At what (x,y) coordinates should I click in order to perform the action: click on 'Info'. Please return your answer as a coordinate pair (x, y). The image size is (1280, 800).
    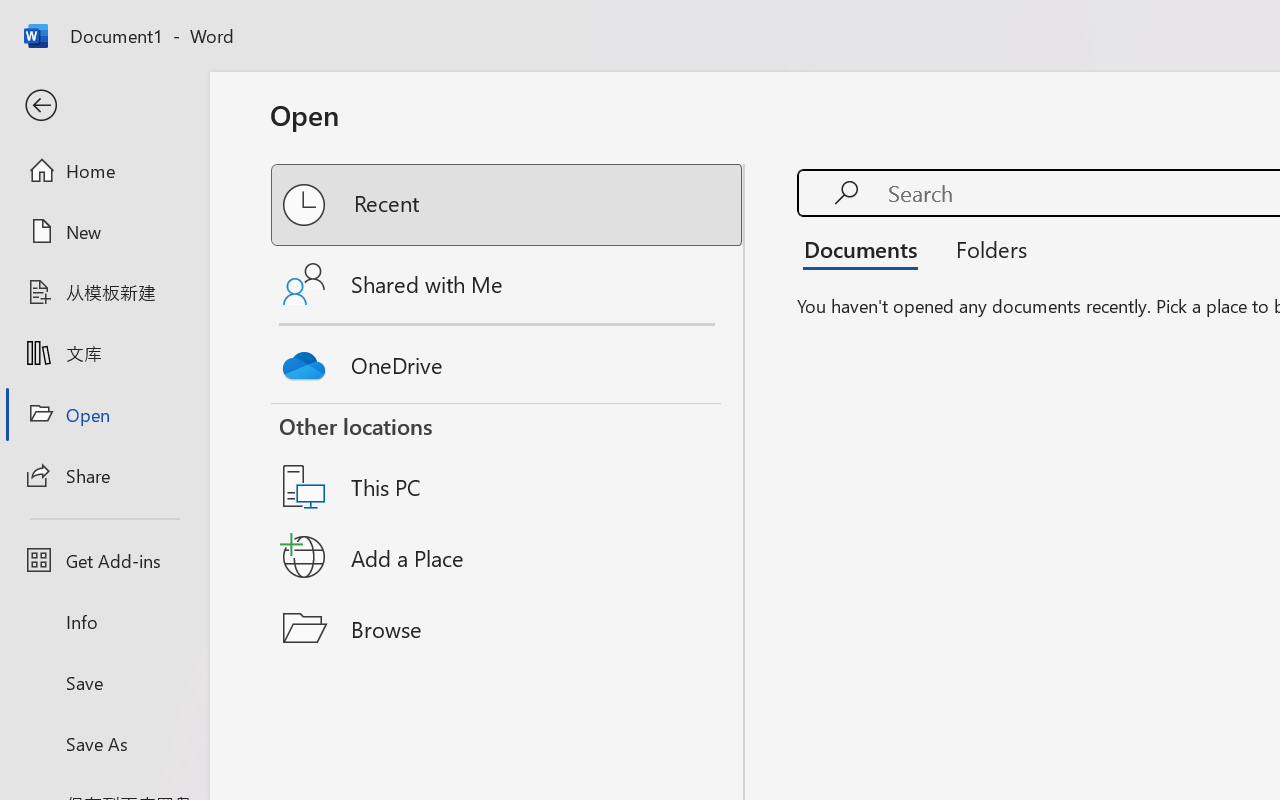
    Looking at the image, I should click on (103, 621).